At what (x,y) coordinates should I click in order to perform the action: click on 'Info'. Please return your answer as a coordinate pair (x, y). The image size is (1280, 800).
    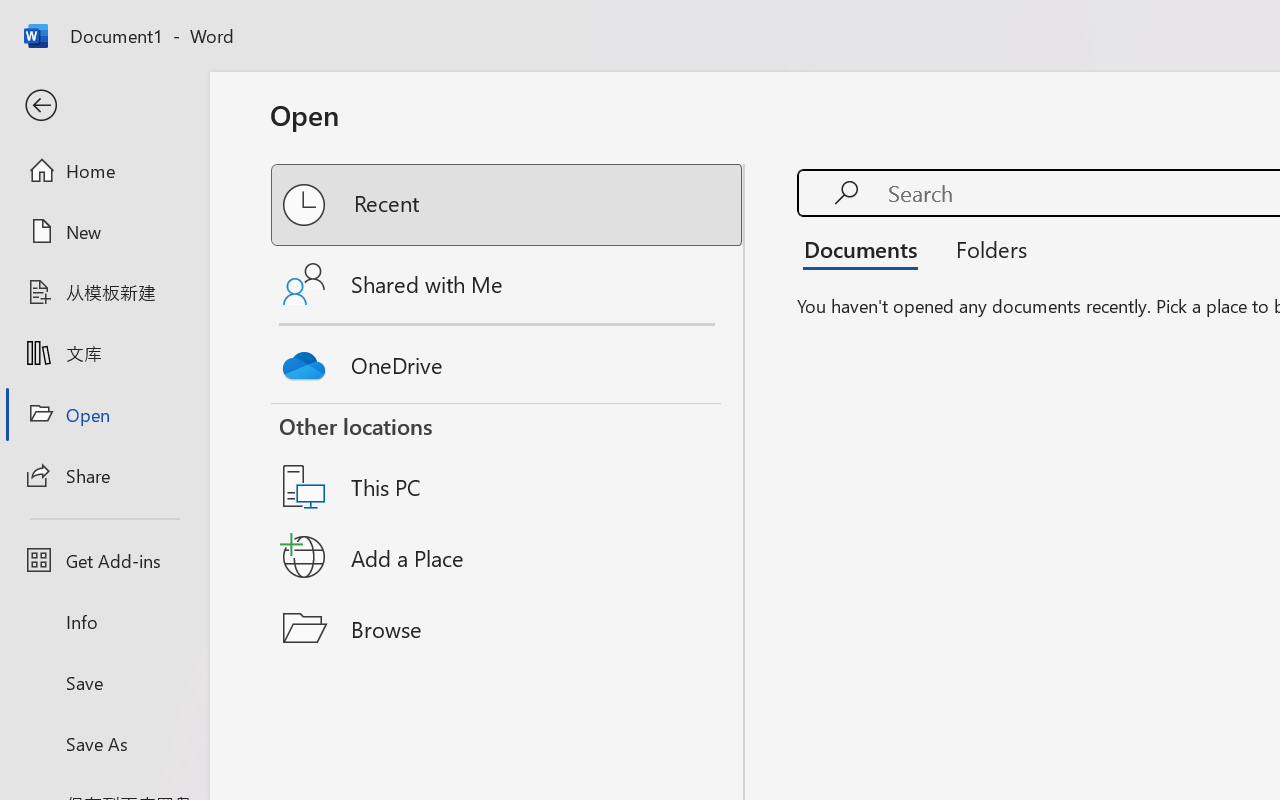
    Looking at the image, I should click on (103, 621).